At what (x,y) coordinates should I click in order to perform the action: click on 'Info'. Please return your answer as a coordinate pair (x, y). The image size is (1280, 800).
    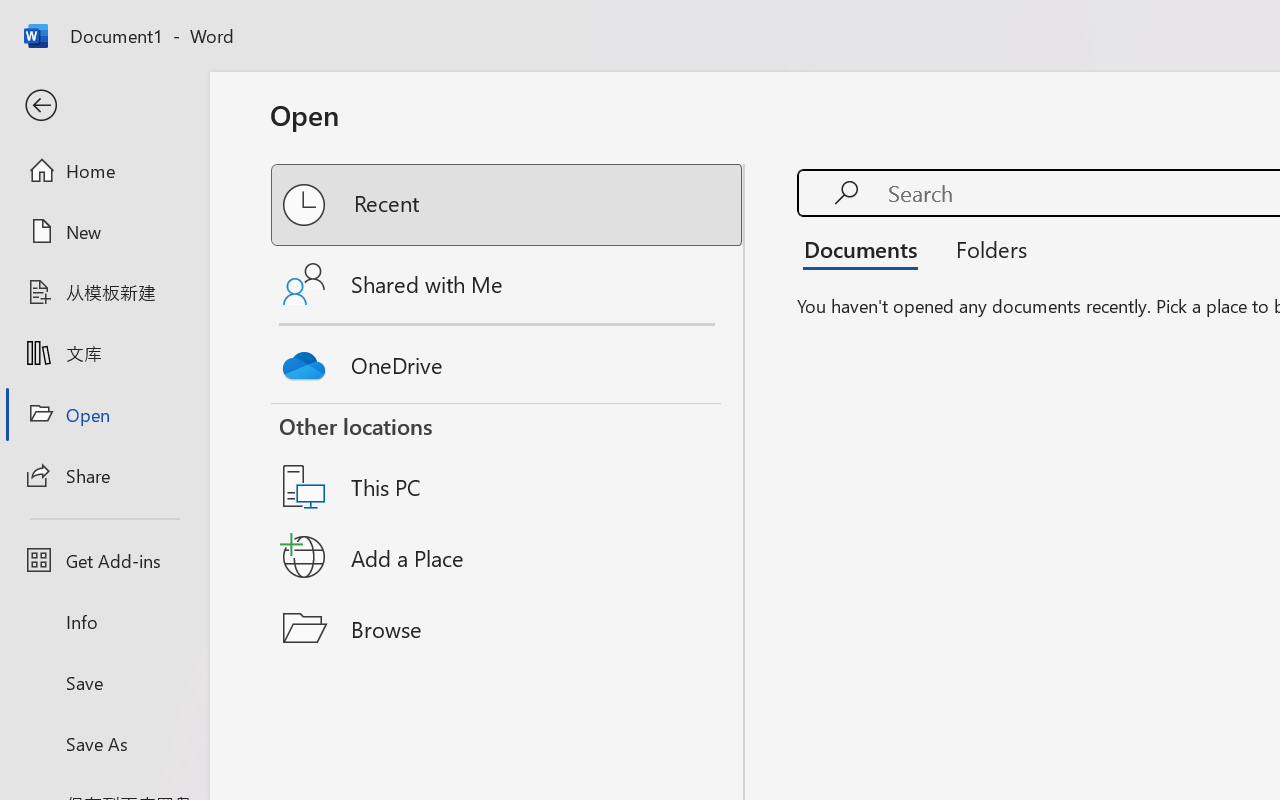
    Looking at the image, I should click on (103, 621).